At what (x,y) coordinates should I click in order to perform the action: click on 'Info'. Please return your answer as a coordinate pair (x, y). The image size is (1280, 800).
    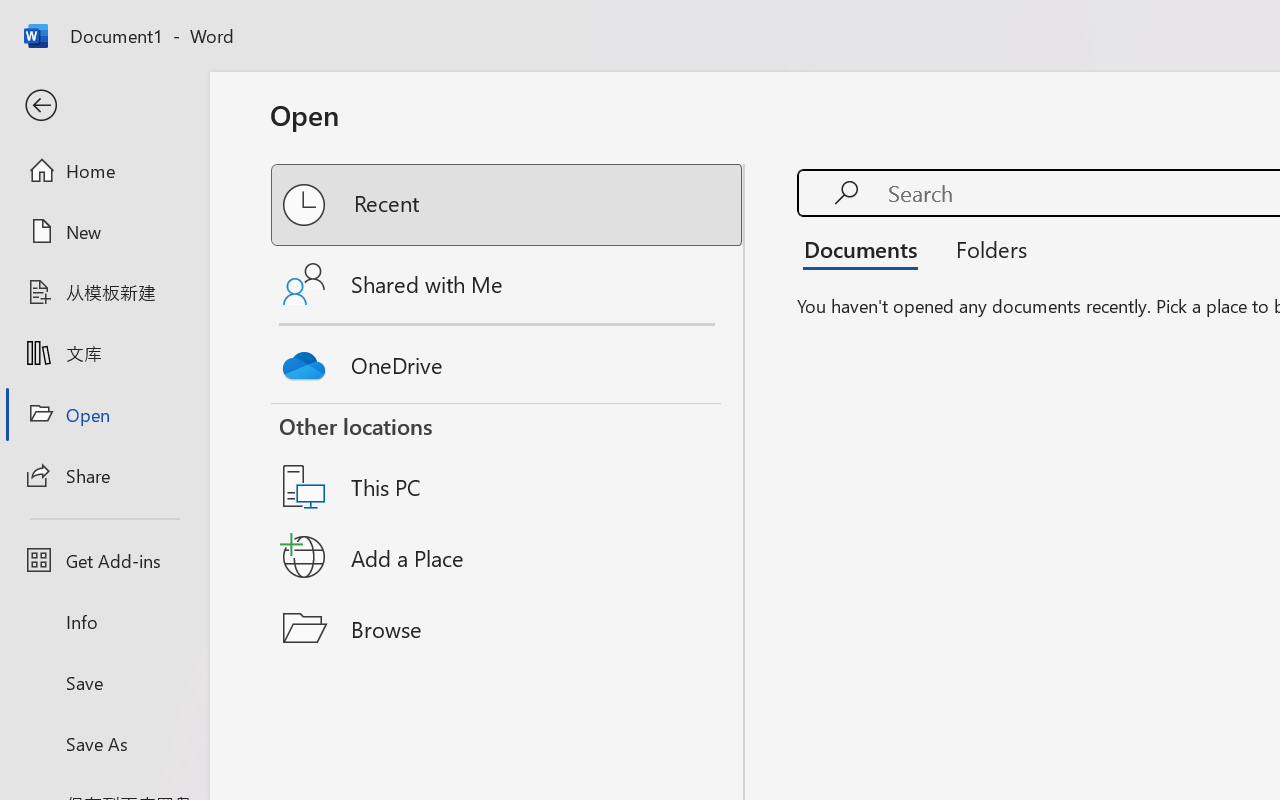
    Looking at the image, I should click on (103, 621).